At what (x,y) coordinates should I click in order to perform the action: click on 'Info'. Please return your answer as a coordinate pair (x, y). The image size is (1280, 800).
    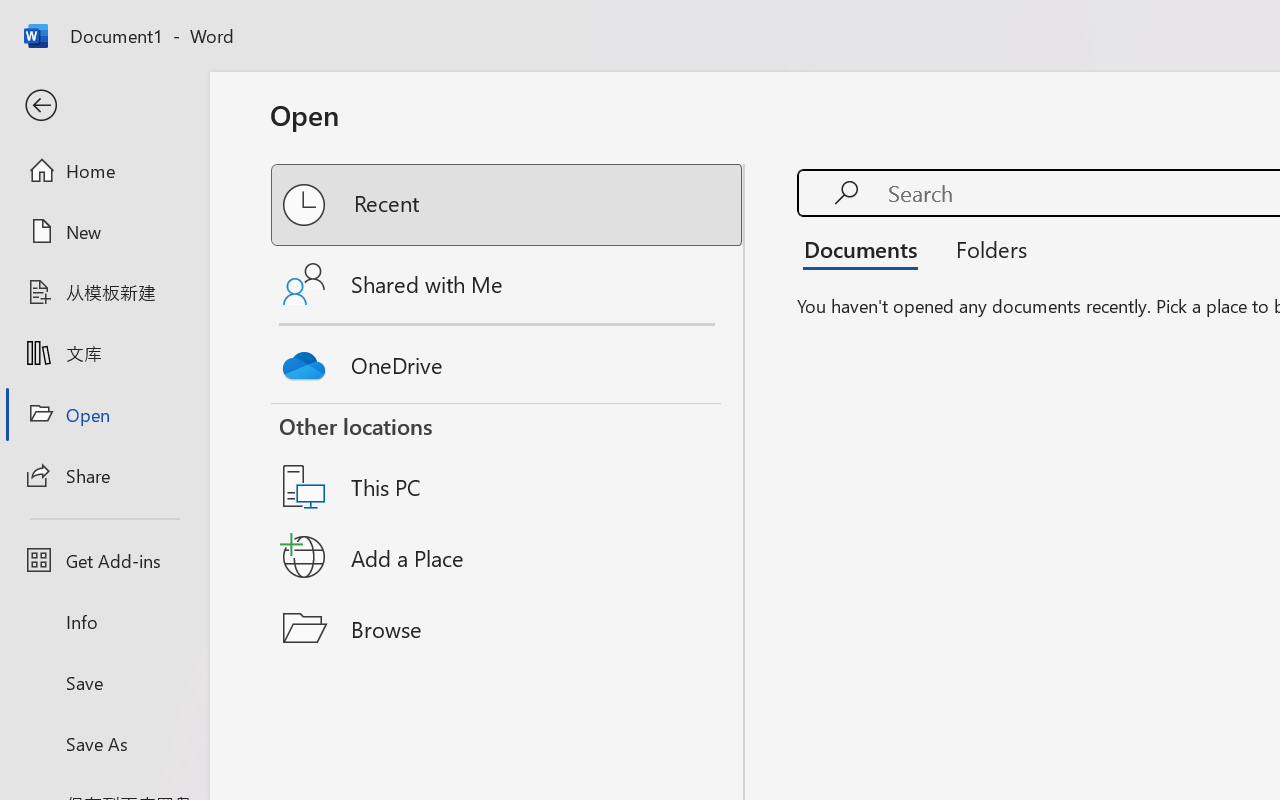
    Looking at the image, I should click on (103, 621).